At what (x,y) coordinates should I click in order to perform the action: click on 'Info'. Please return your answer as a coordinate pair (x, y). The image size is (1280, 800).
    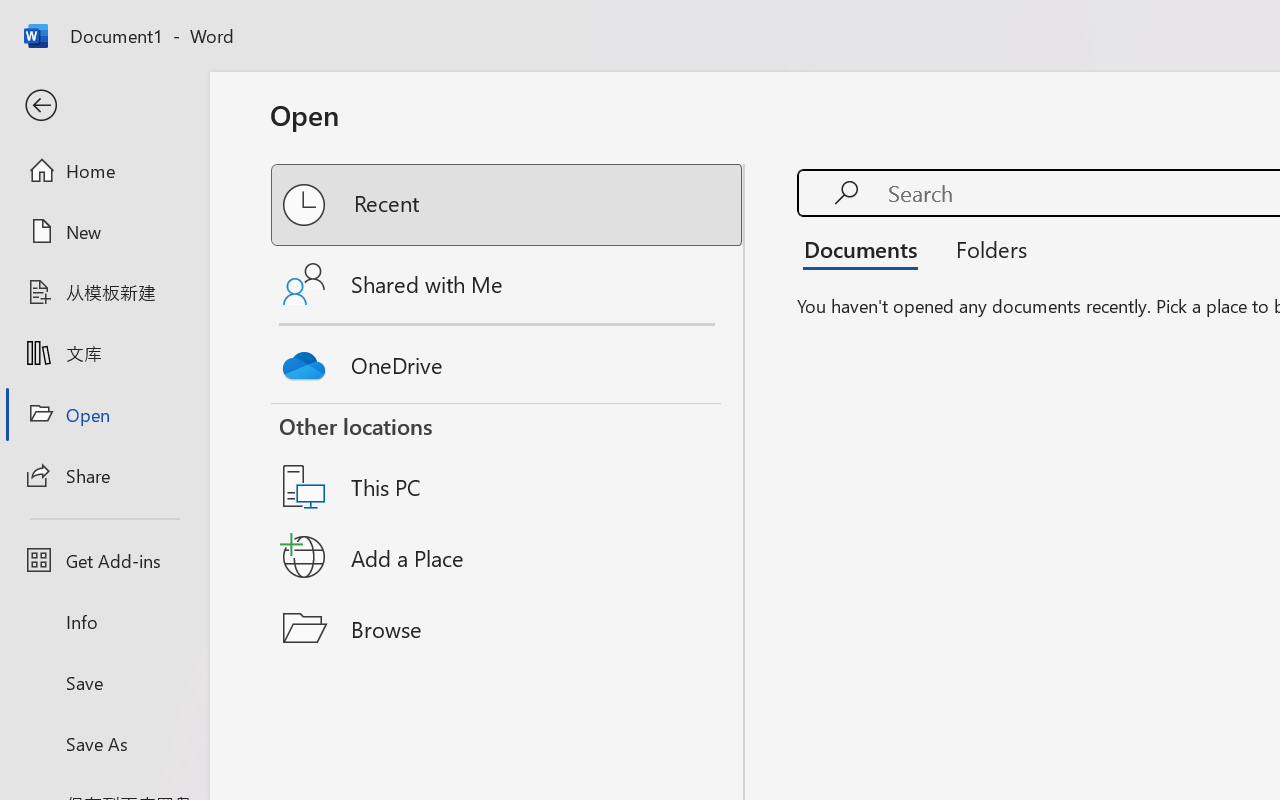
    Looking at the image, I should click on (103, 621).